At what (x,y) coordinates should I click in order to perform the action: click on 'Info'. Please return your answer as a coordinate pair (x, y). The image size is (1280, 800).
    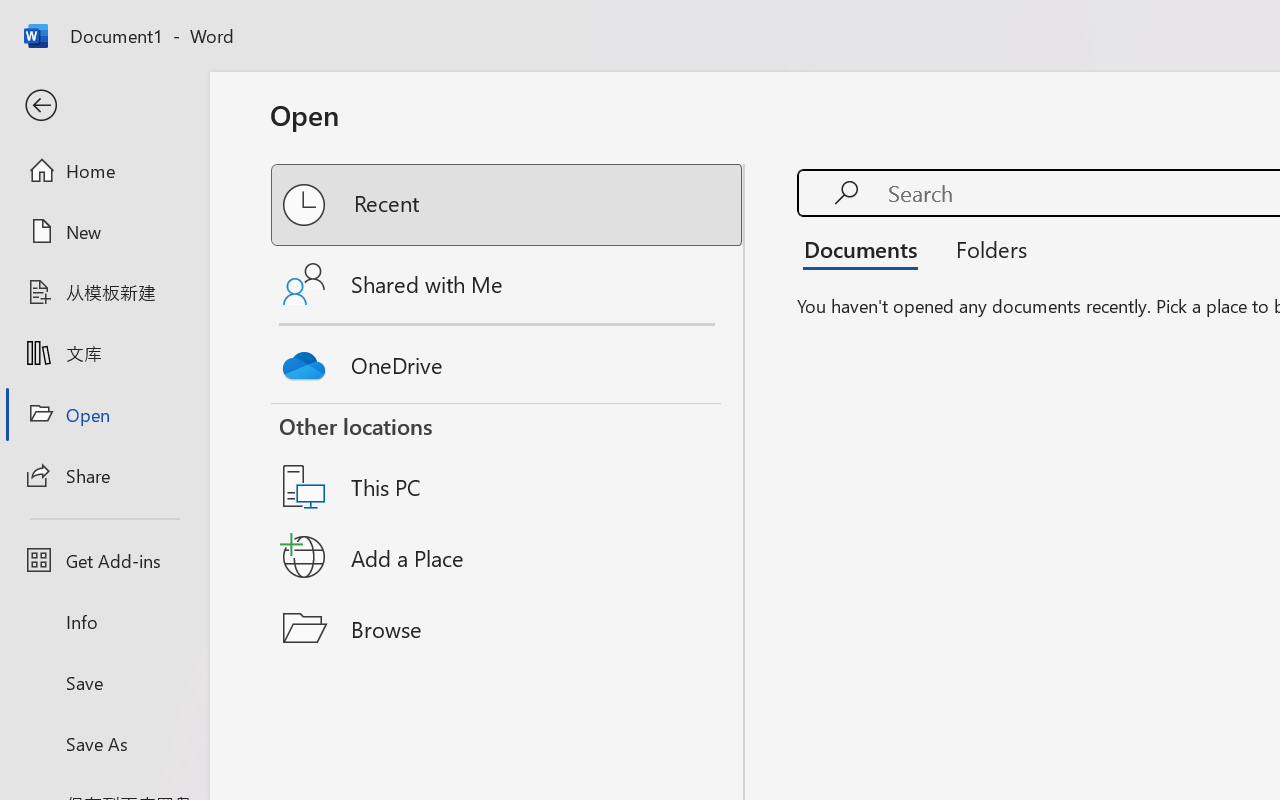
    Looking at the image, I should click on (103, 621).